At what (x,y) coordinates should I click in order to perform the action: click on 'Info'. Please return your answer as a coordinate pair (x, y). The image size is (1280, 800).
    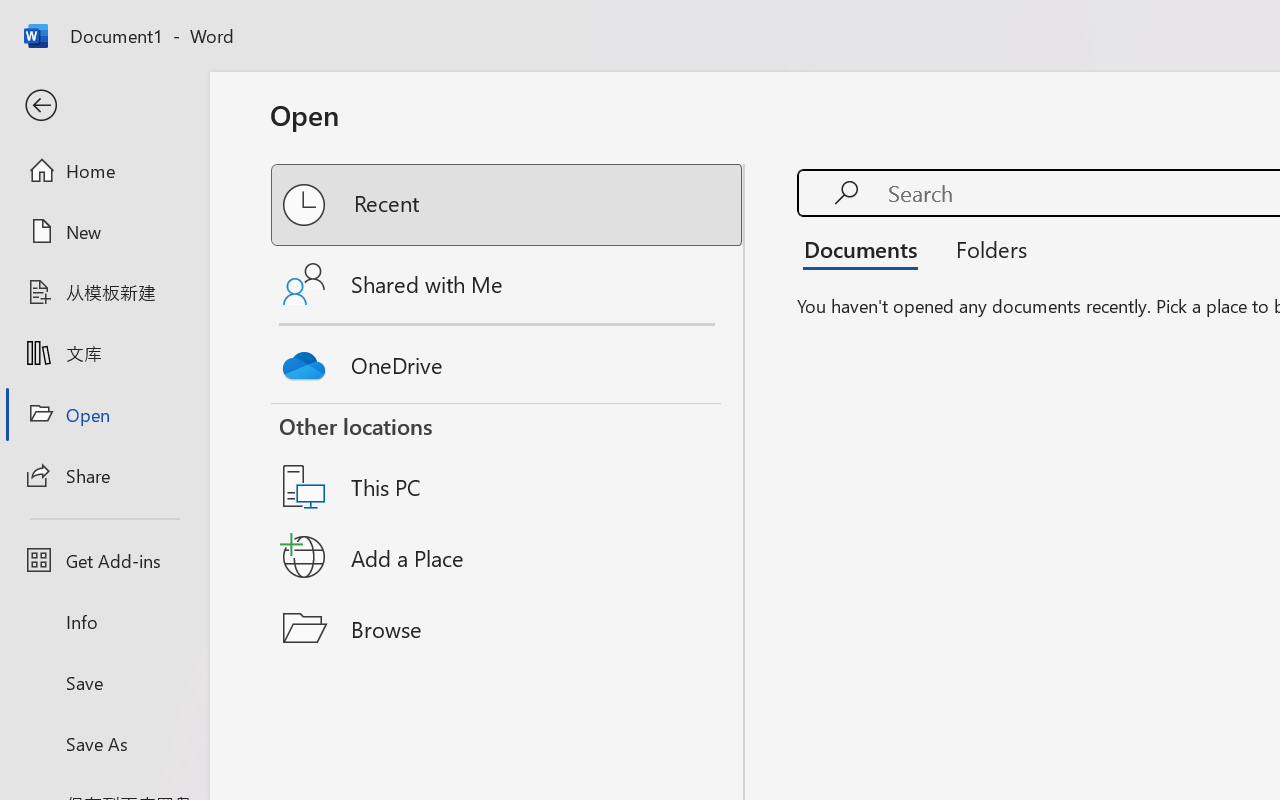
    Looking at the image, I should click on (103, 621).